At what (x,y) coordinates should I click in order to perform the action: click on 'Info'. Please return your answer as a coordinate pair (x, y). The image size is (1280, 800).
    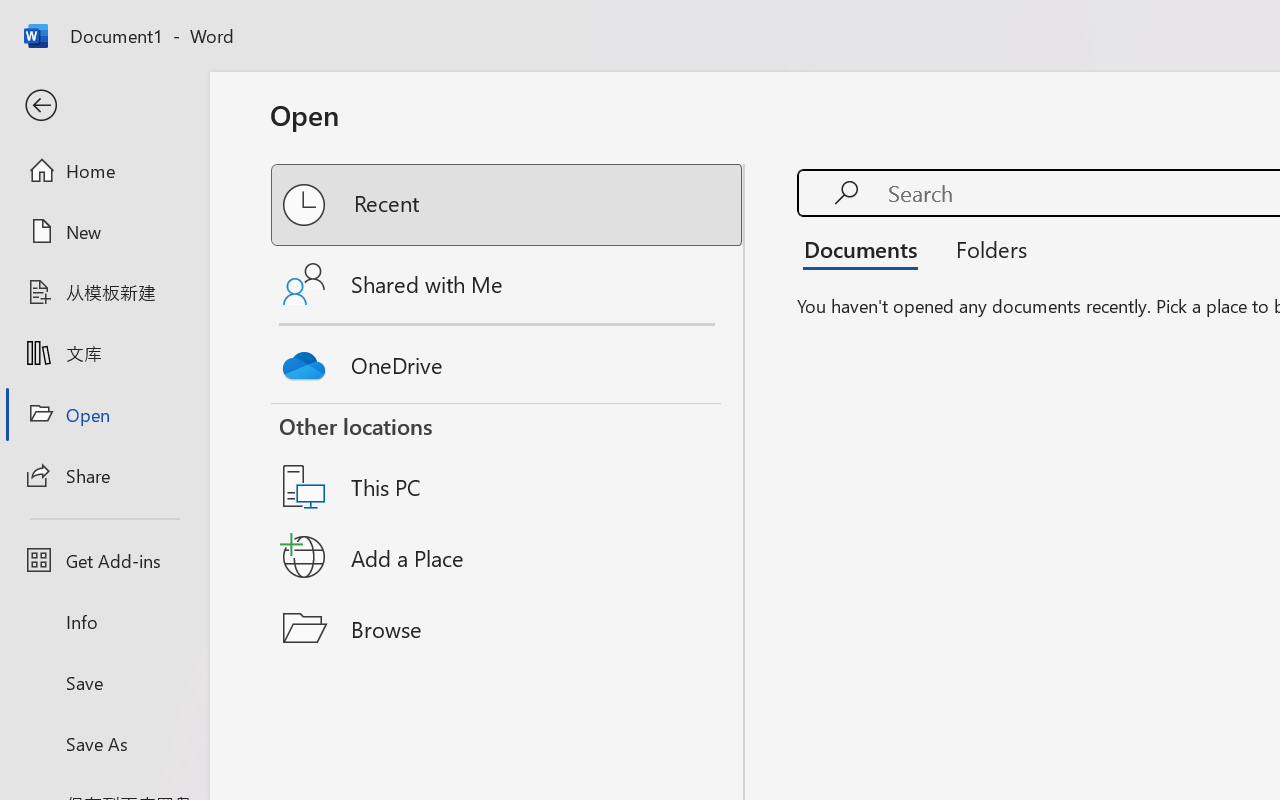
    Looking at the image, I should click on (103, 621).